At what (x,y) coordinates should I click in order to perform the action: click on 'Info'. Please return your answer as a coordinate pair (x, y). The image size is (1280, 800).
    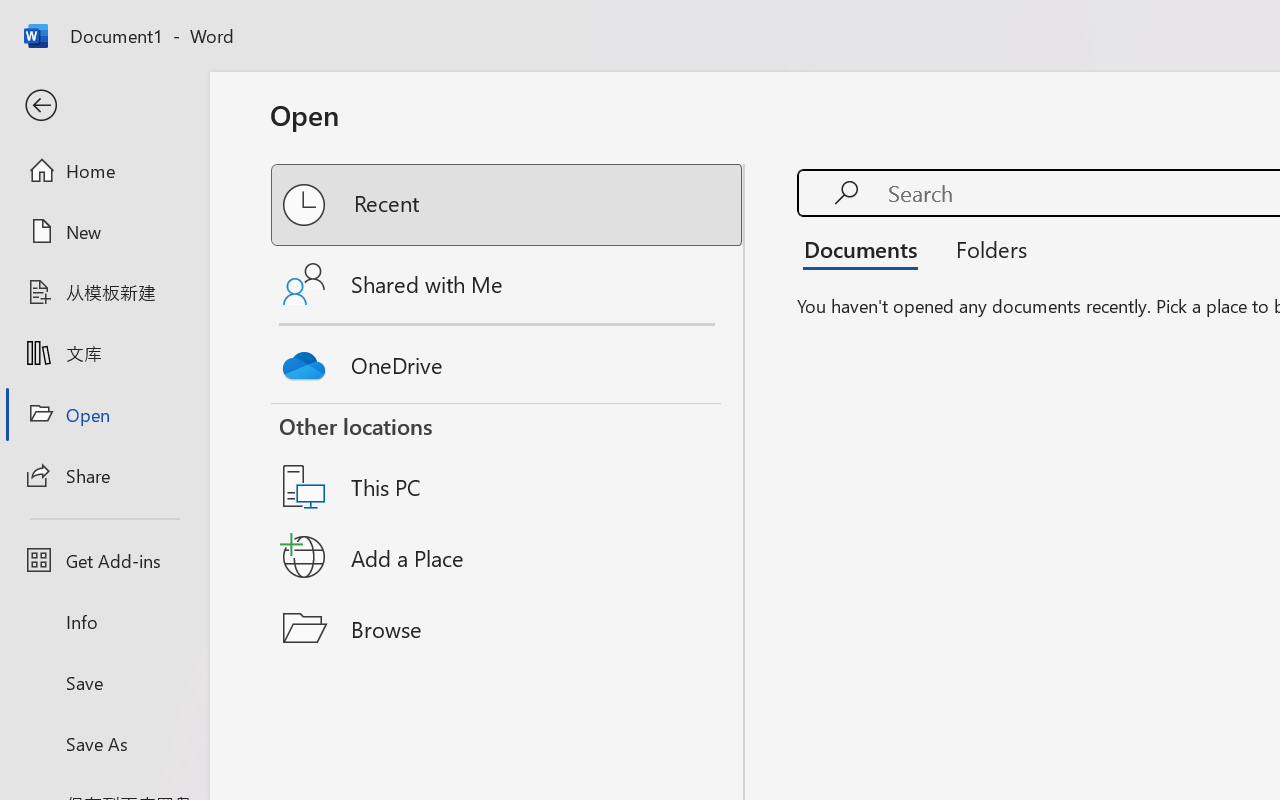
    Looking at the image, I should click on (103, 621).